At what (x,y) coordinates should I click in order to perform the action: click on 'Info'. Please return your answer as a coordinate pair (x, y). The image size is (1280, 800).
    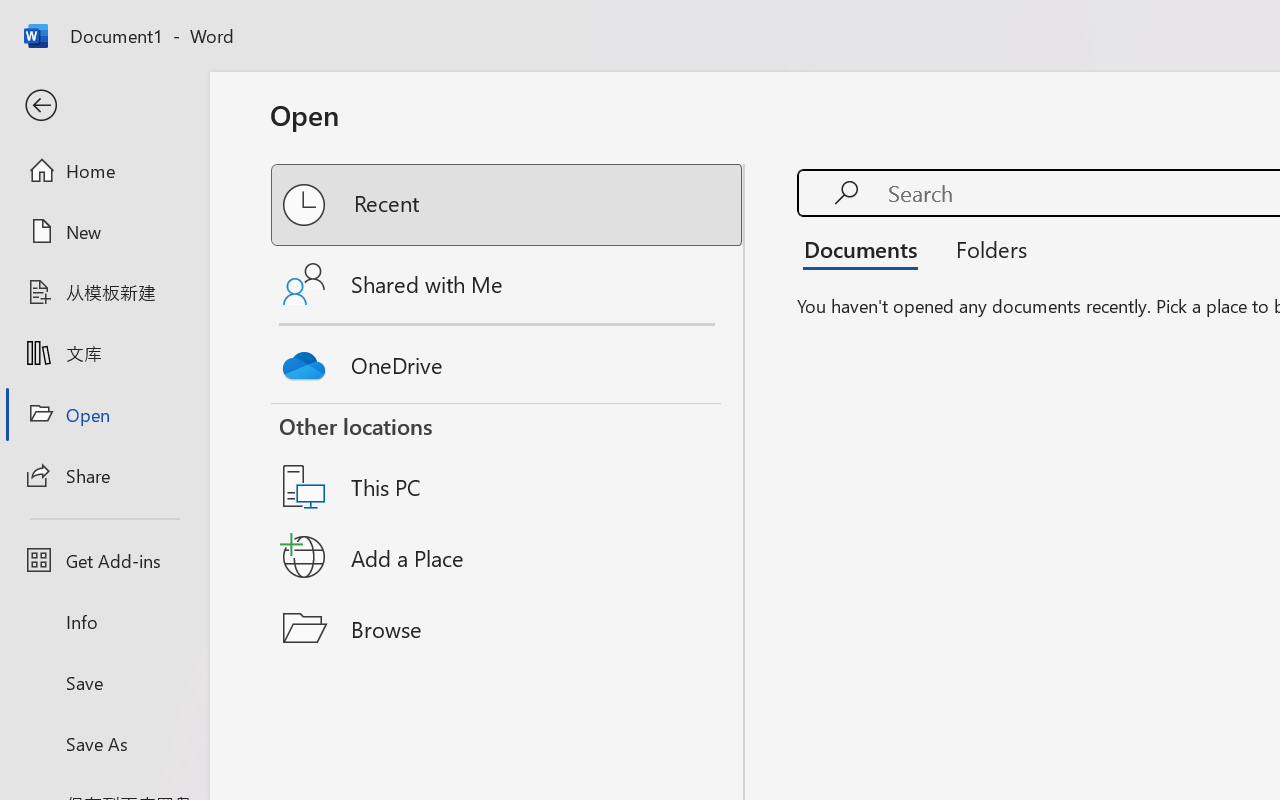
    Looking at the image, I should click on (103, 621).